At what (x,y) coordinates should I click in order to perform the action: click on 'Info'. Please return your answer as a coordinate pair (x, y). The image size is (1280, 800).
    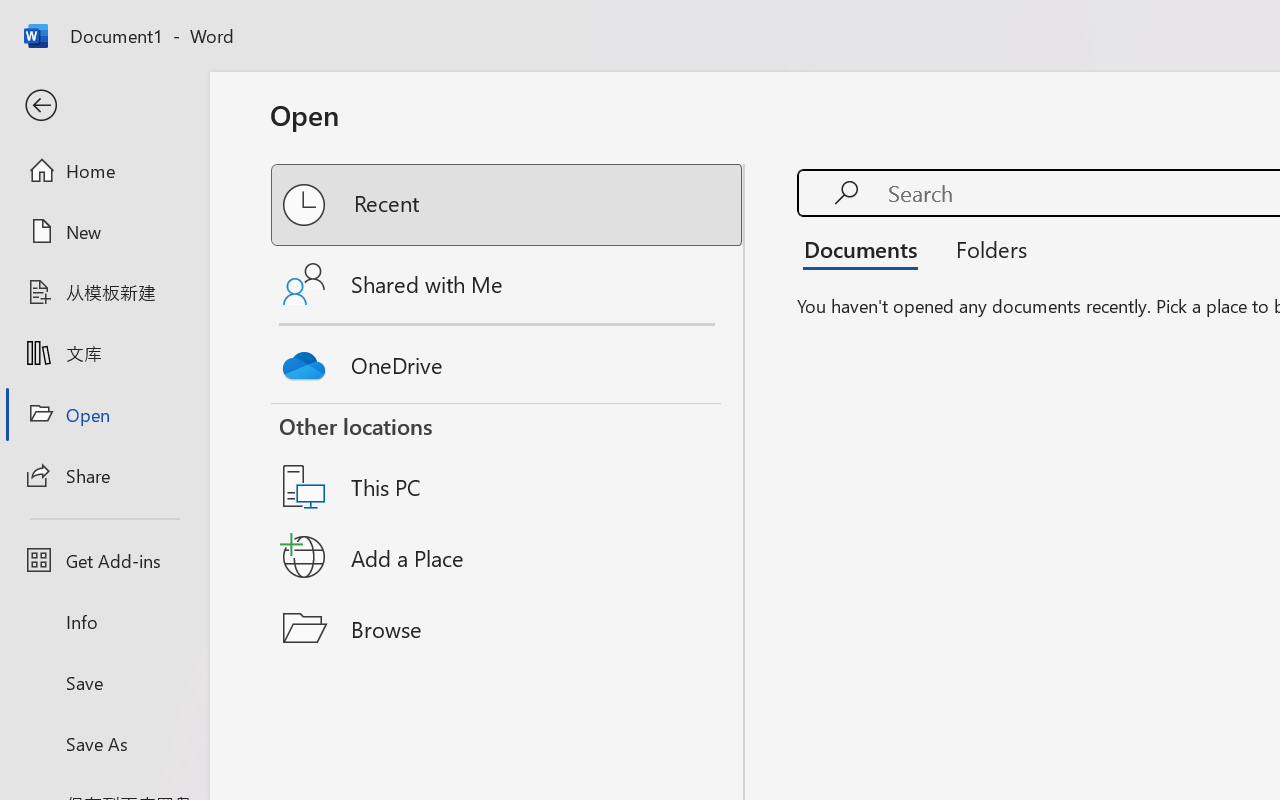
    Looking at the image, I should click on (103, 621).